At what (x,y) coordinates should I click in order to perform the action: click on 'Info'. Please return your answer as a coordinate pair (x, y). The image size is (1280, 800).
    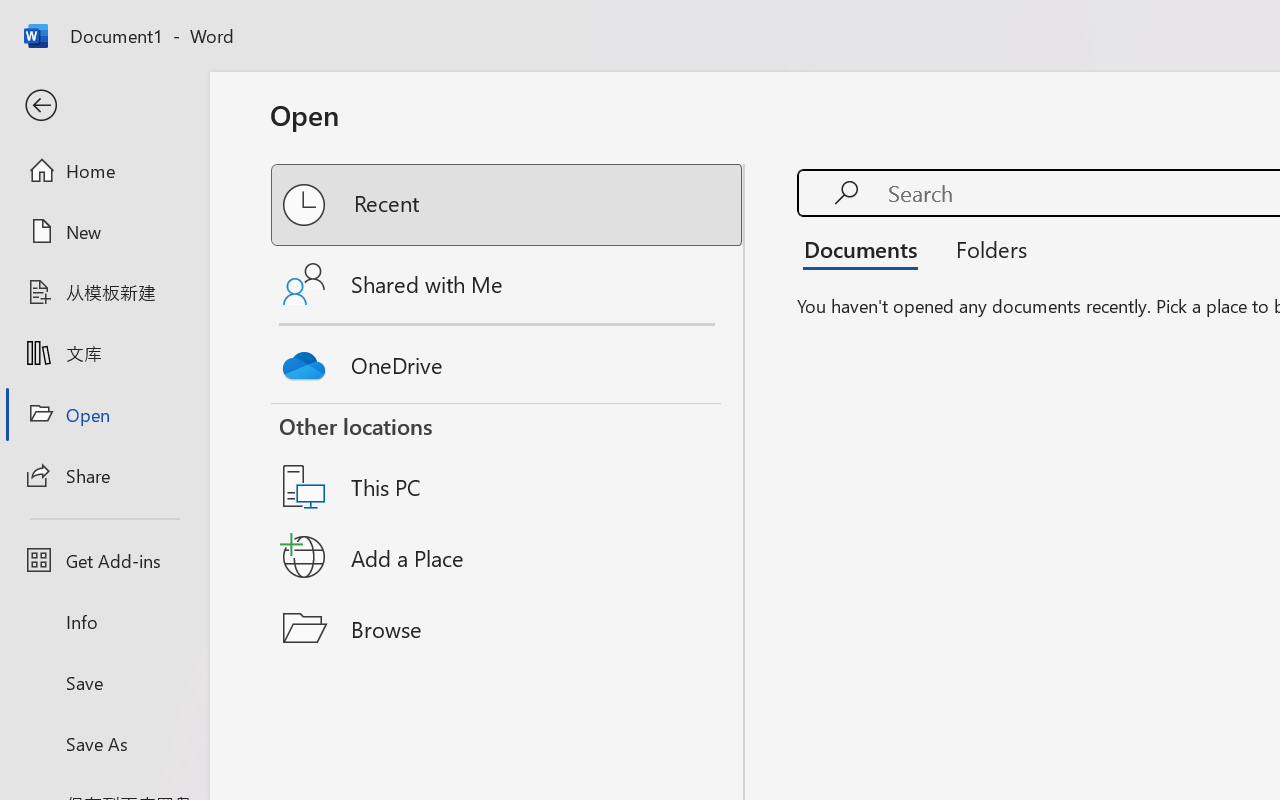
    Looking at the image, I should click on (103, 621).